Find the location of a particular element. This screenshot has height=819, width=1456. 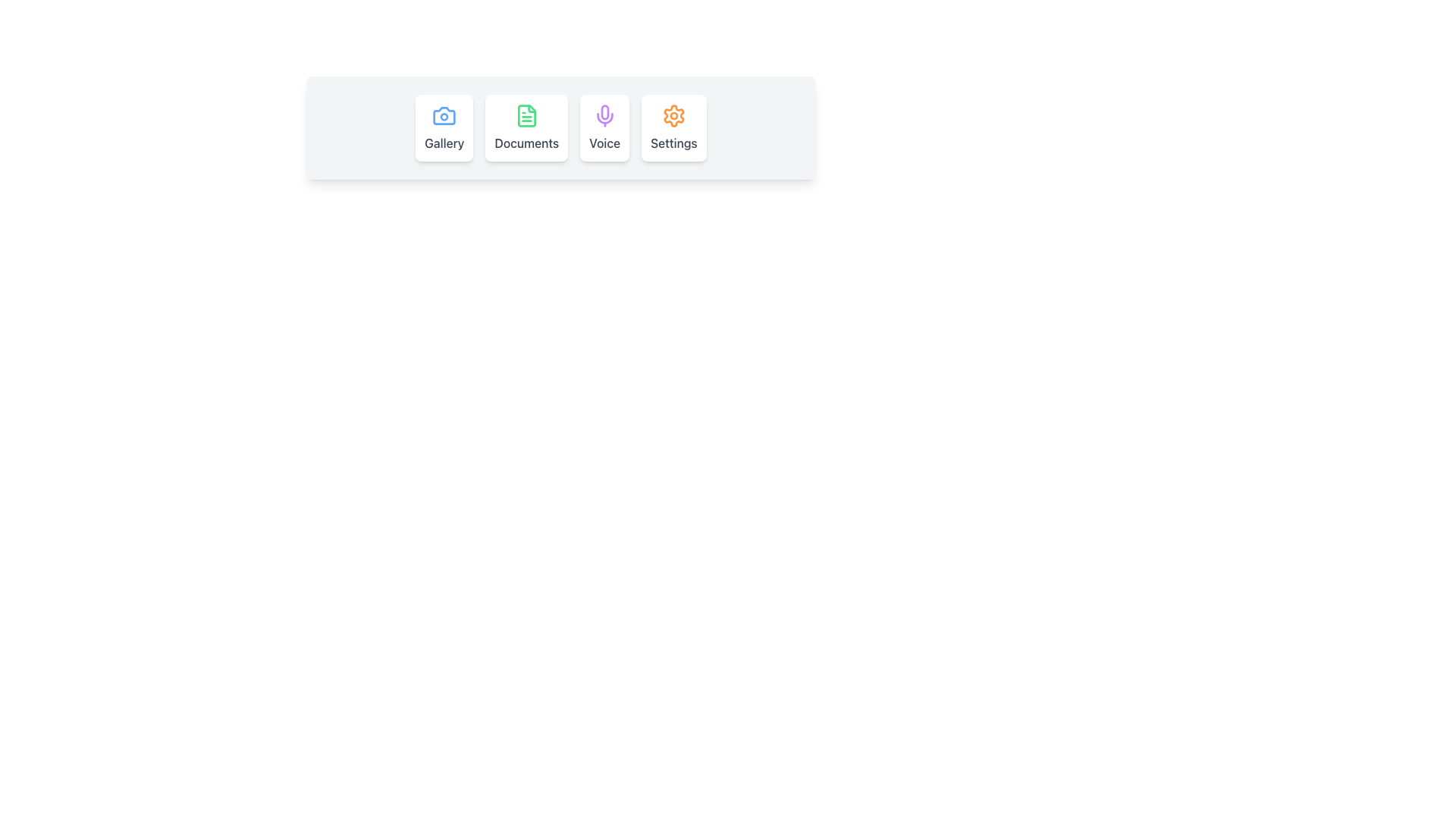

the leftmost button in the navigation section of the application is located at coordinates (444, 127).